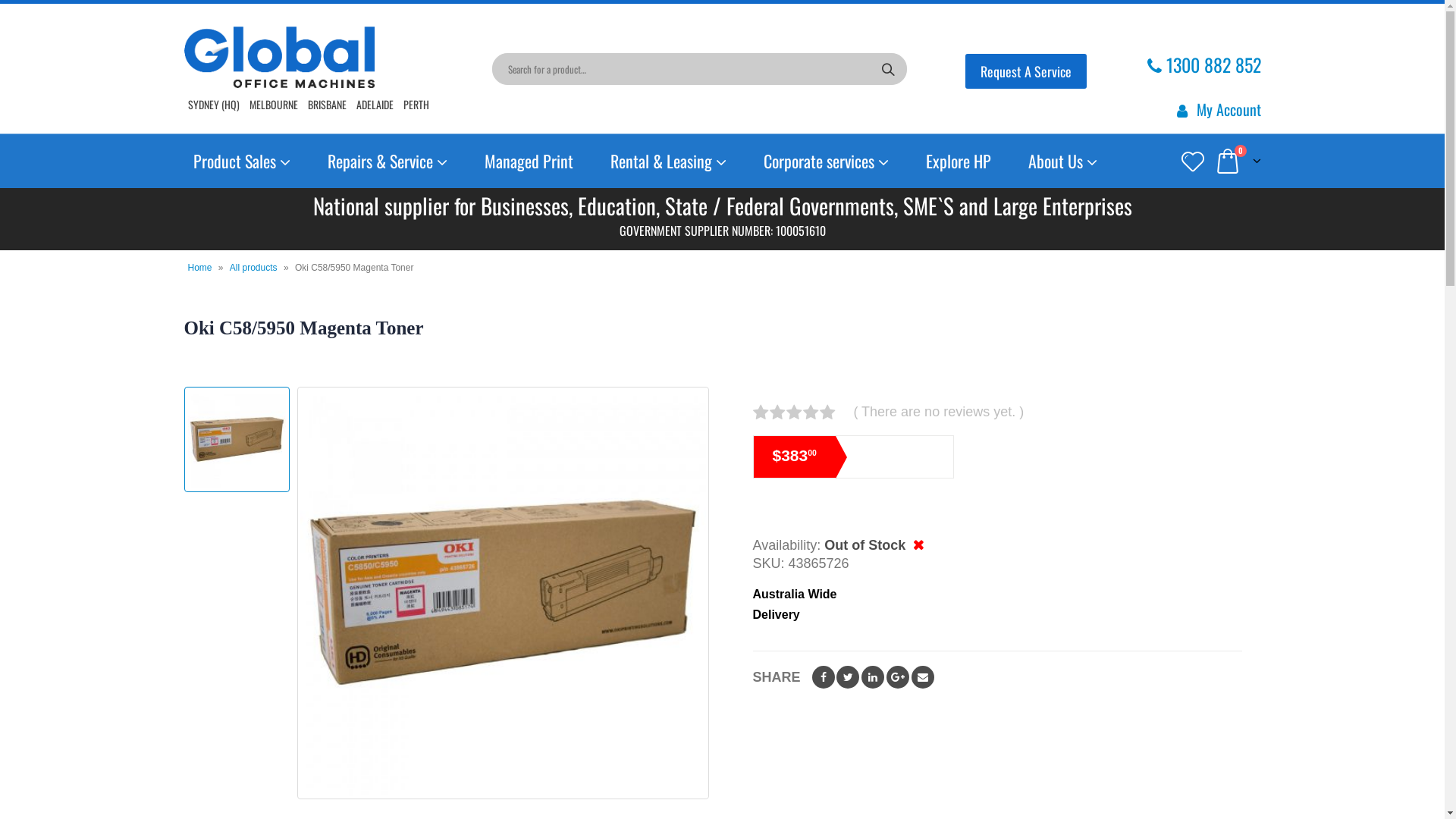  Describe the element at coordinates (753, 161) in the screenshot. I see `'Corporate services'` at that location.